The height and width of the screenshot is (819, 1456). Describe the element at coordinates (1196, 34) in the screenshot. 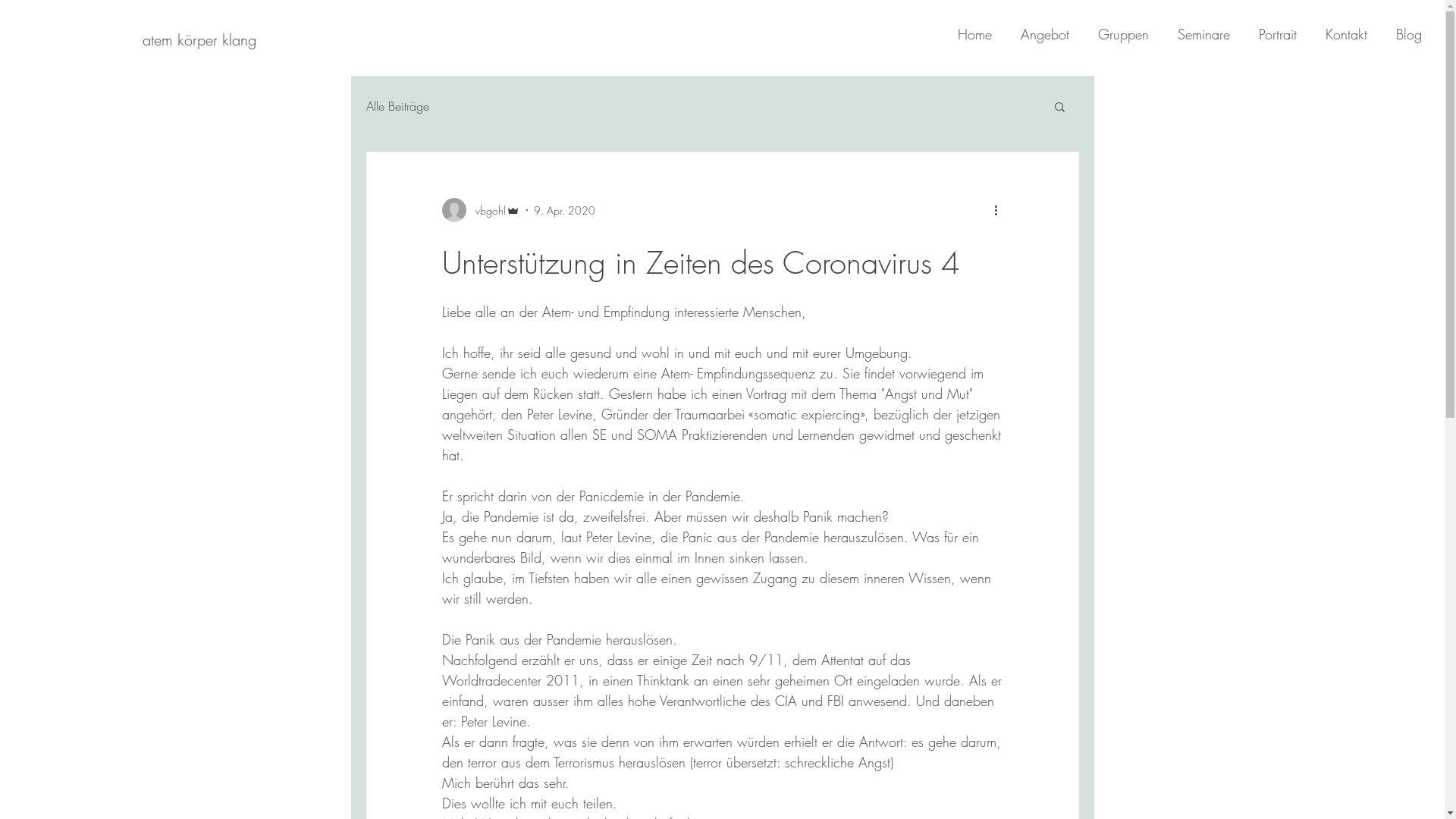

I see `'Seminare'` at that location.